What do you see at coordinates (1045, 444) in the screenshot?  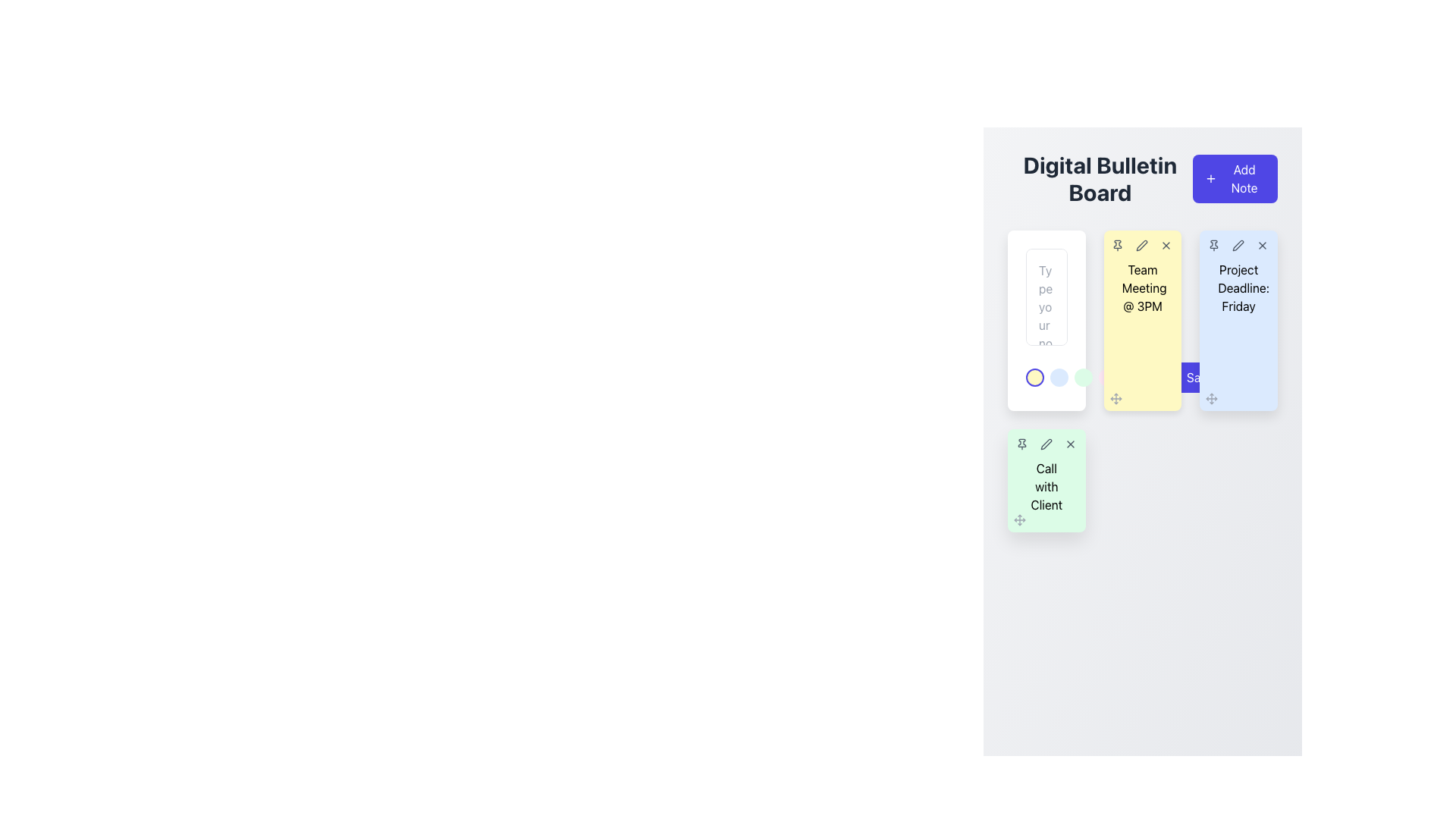 I see `the edit button, which is the second clickable icon in the top-right corner of the light green card labeled 'Call with Client', to initiate editing` at bounding box center [1045, 444].